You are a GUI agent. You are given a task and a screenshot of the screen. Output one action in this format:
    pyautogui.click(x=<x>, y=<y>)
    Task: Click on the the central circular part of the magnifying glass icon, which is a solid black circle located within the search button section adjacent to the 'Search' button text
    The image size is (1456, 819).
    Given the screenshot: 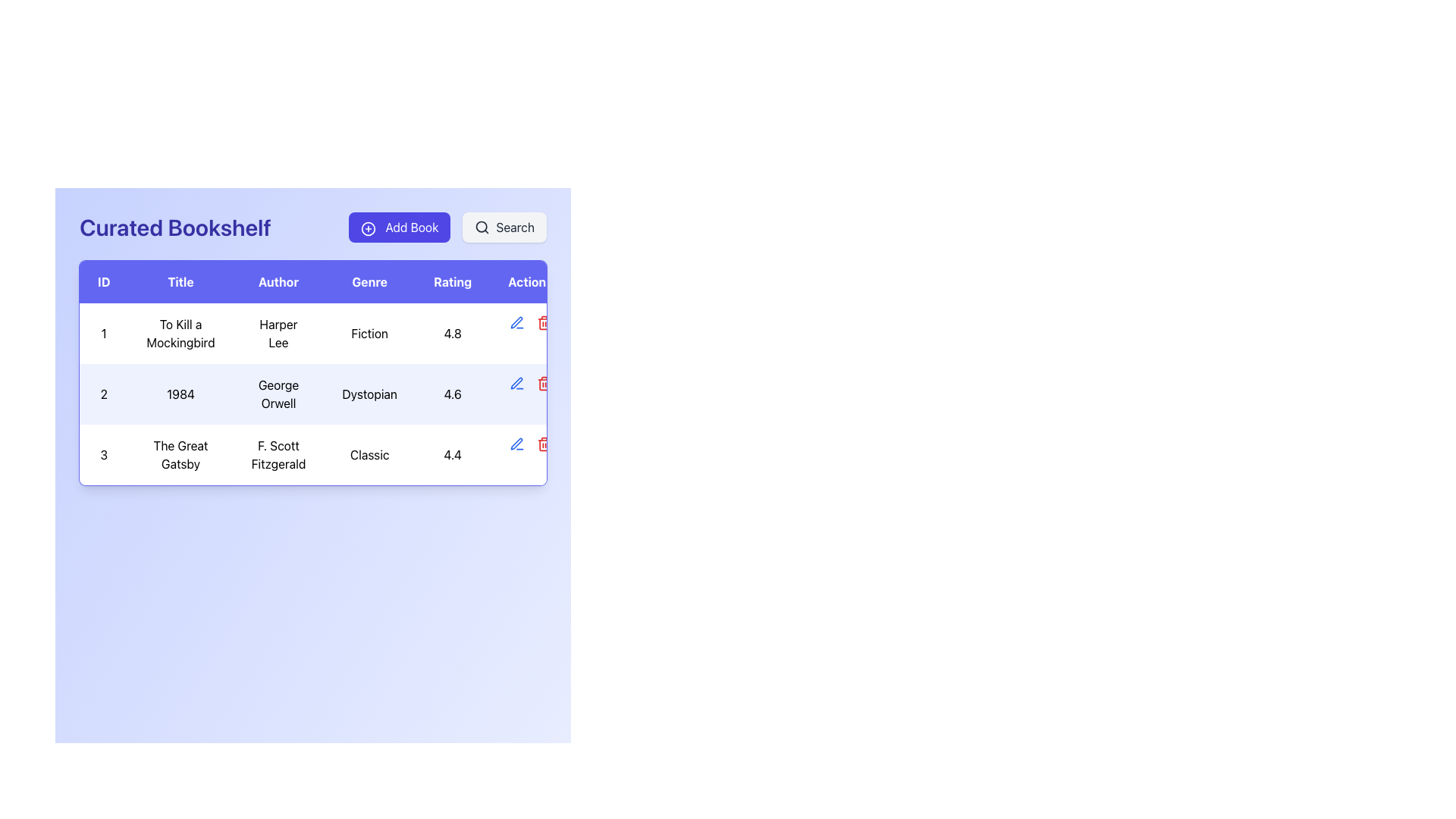 What is the action you would take?
    pyautogui.click(x=481, y=227)
    